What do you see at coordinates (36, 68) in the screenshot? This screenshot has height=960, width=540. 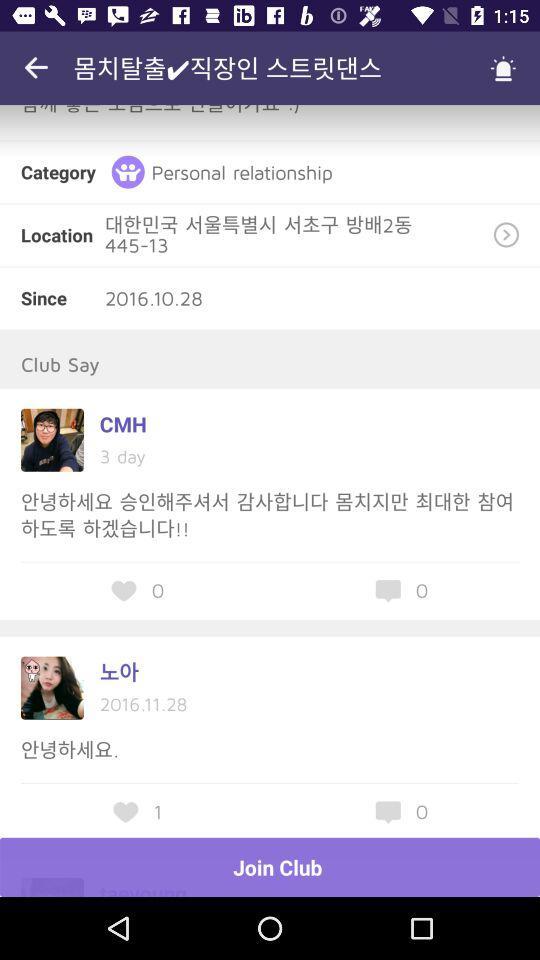 I see `the arrow_backward icon` at bounding box center [36, 68].